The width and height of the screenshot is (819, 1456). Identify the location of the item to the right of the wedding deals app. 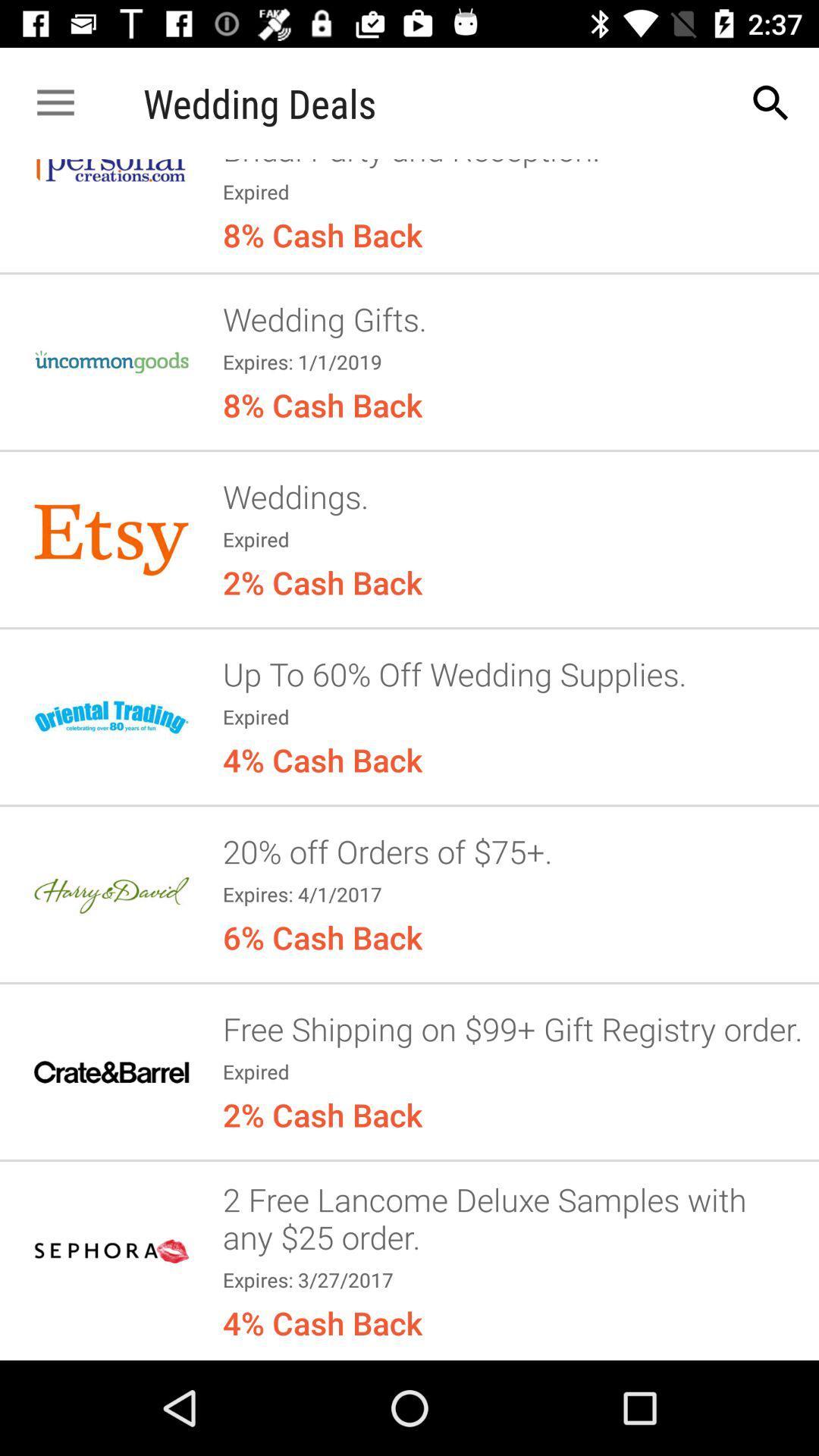
(771, 102).